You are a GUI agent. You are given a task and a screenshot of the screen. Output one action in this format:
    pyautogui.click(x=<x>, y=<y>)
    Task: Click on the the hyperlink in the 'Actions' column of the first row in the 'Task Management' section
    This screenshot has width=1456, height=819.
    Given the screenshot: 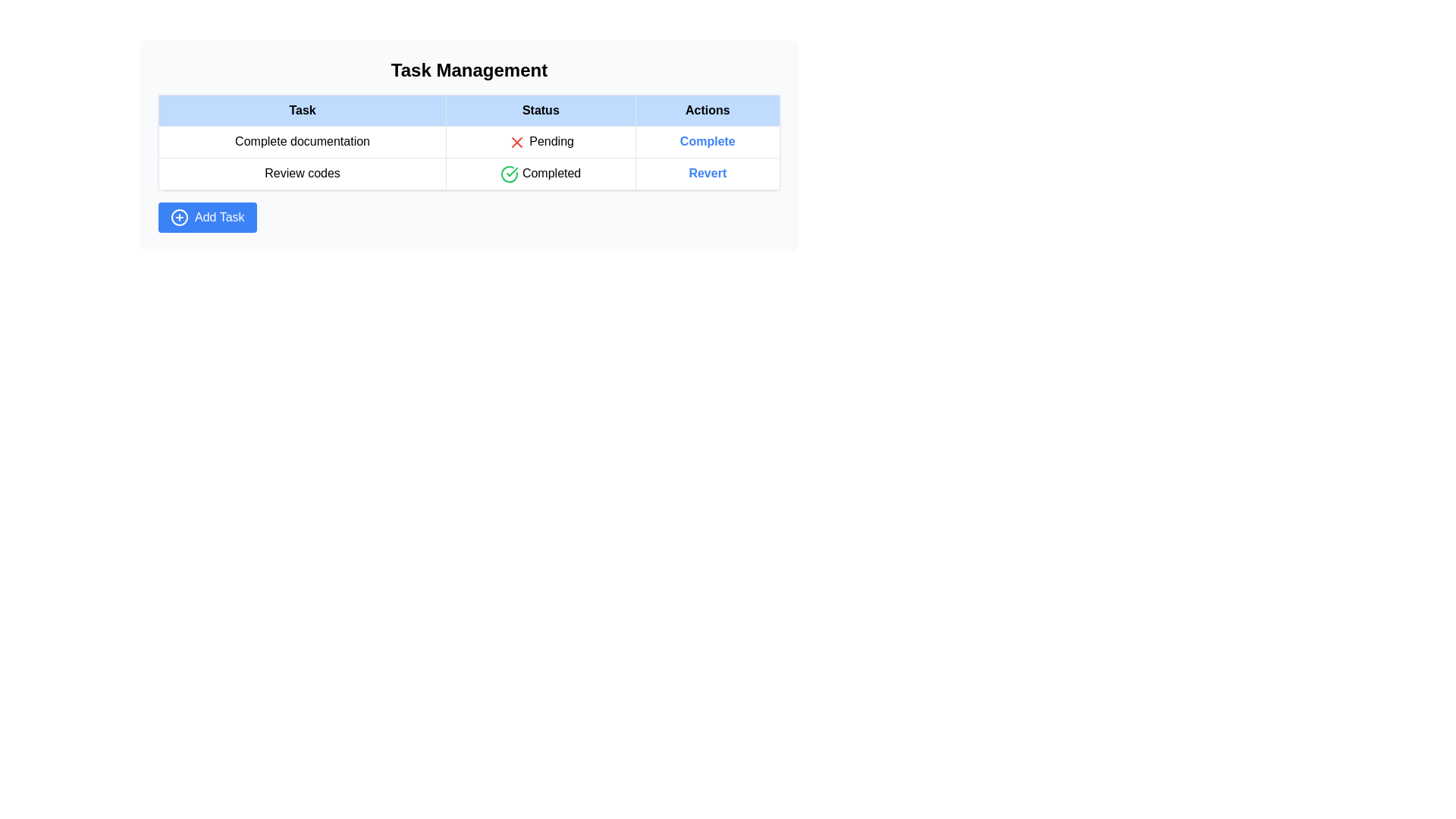 What is the action you would take?
    pyautogui.click(x=707, y=142)
    